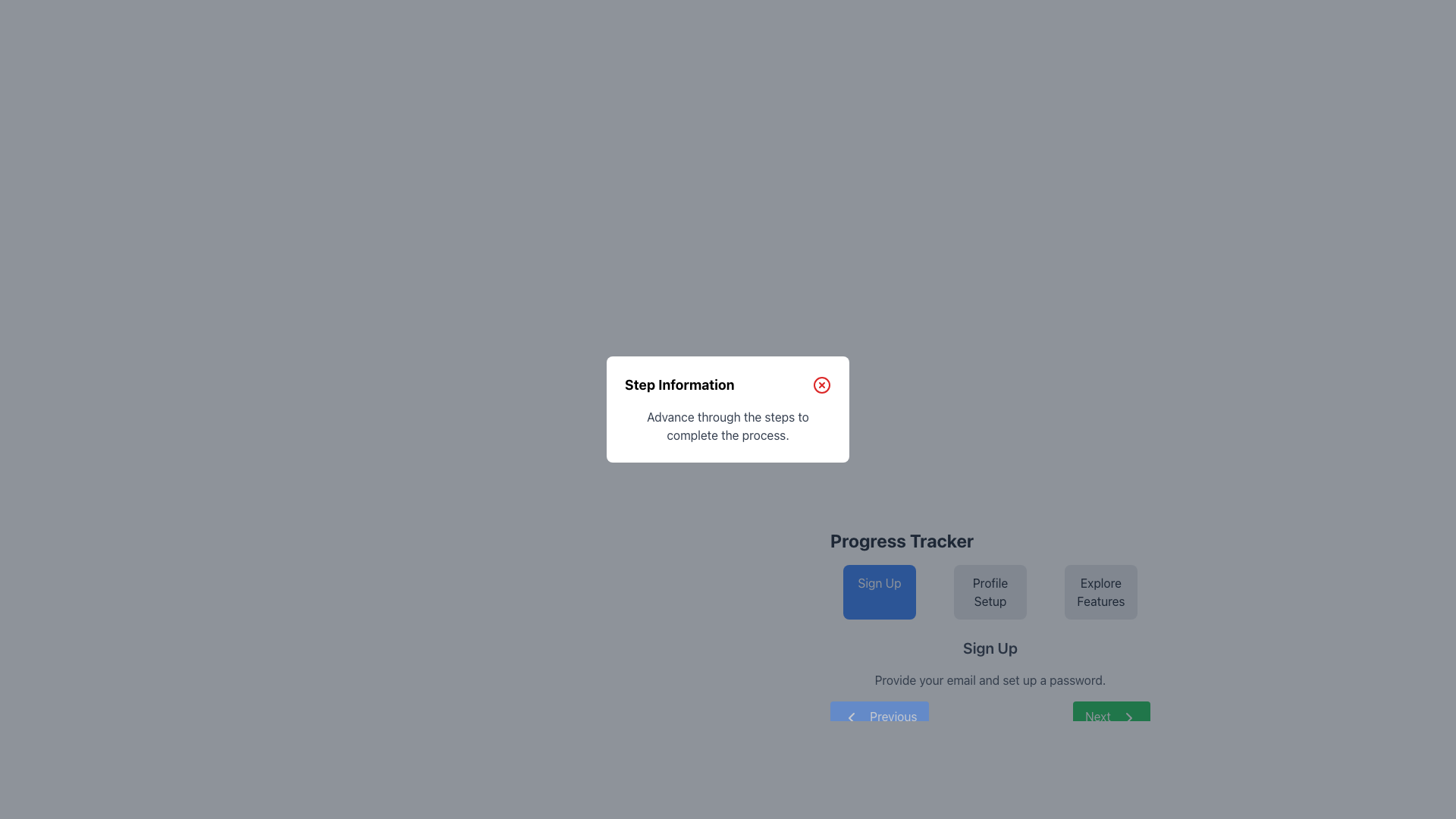 The height and width of the screenshot is (819, 1456). I want to click on the red circular close button with a white 'X' symbol located in the top-right corner of the 'Step Information' card, so click(821, 384).